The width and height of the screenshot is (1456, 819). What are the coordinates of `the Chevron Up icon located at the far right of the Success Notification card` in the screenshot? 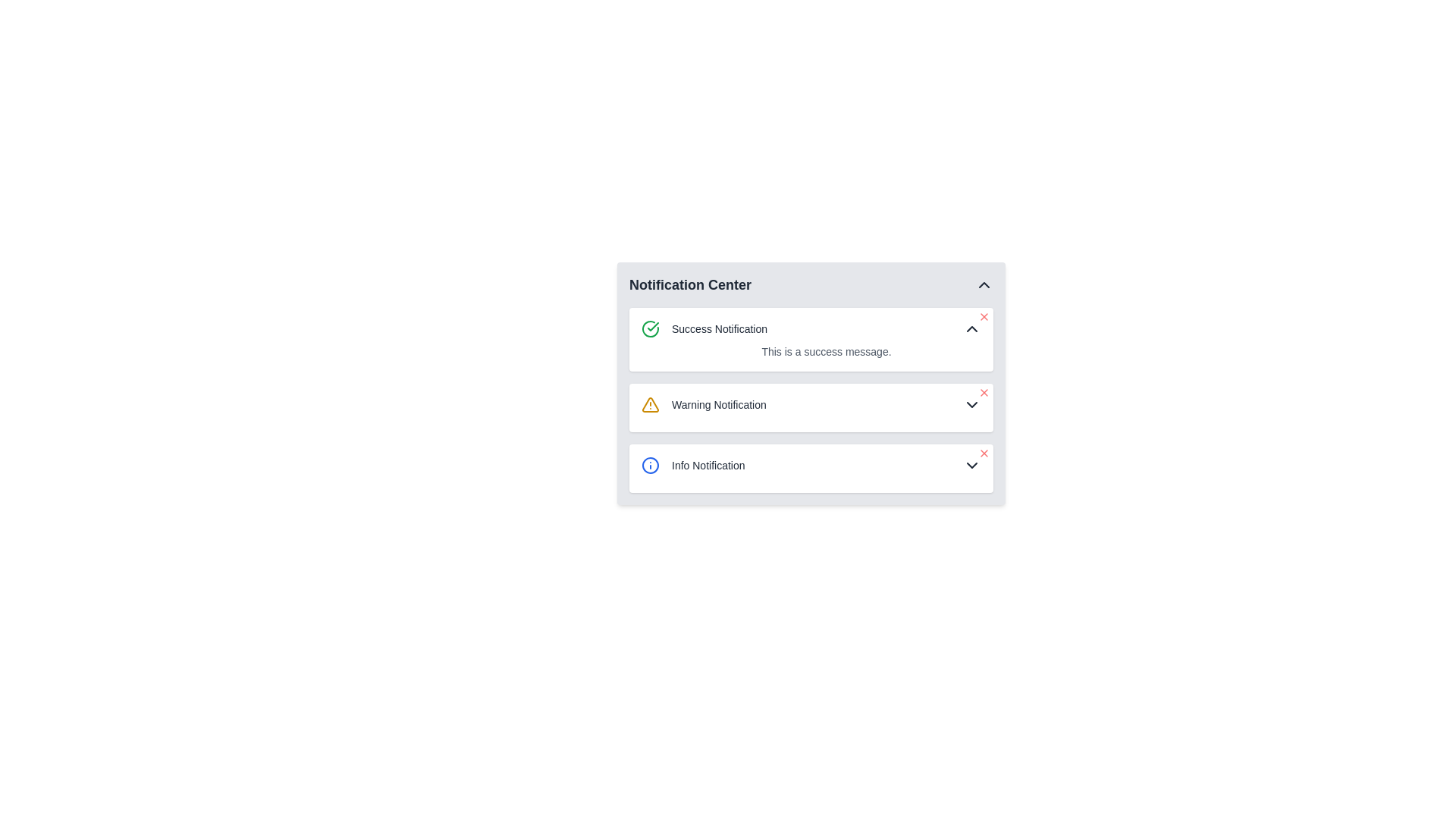 It's located at (971, 328).